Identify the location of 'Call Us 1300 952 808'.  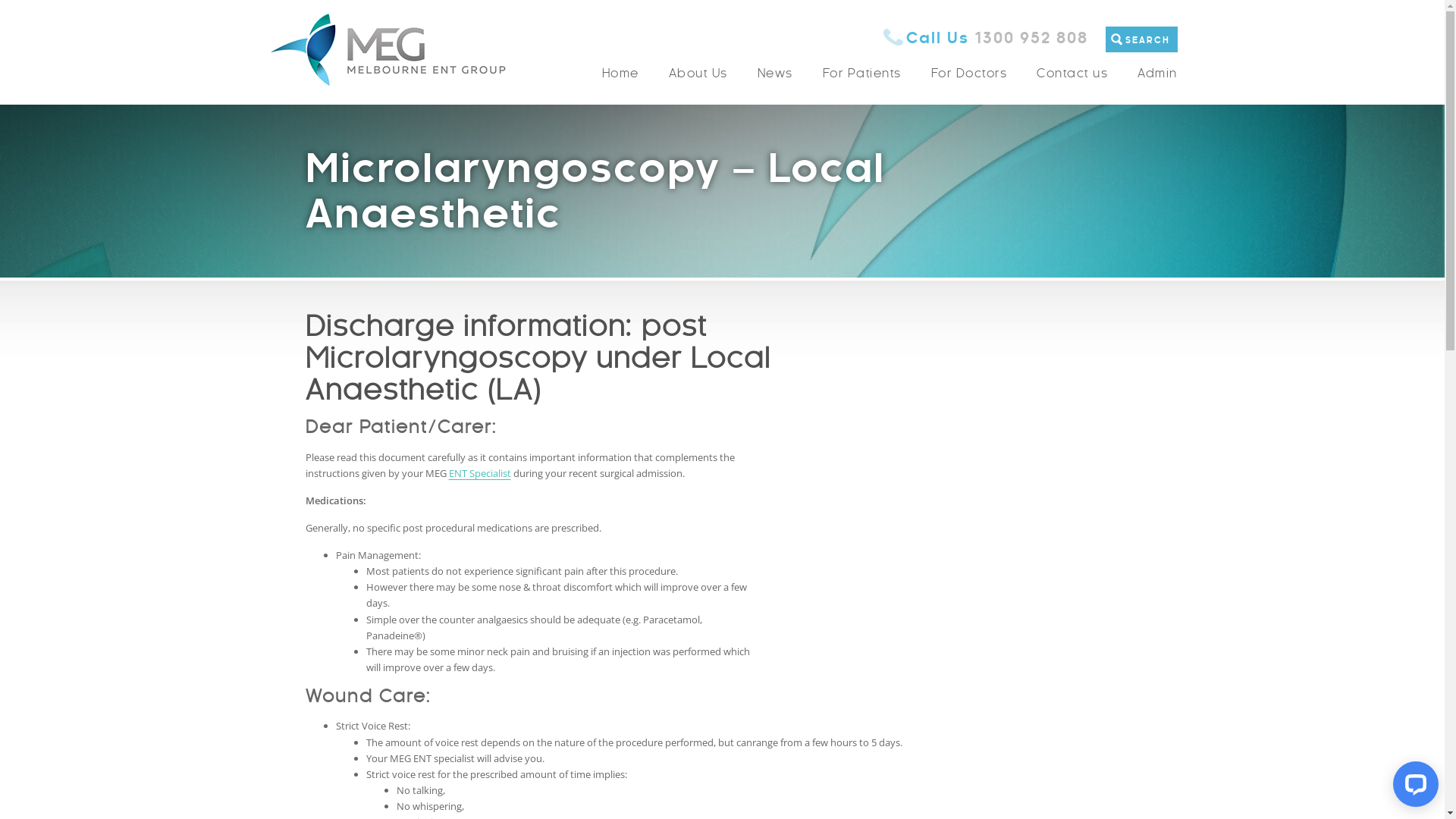
(985, 37).